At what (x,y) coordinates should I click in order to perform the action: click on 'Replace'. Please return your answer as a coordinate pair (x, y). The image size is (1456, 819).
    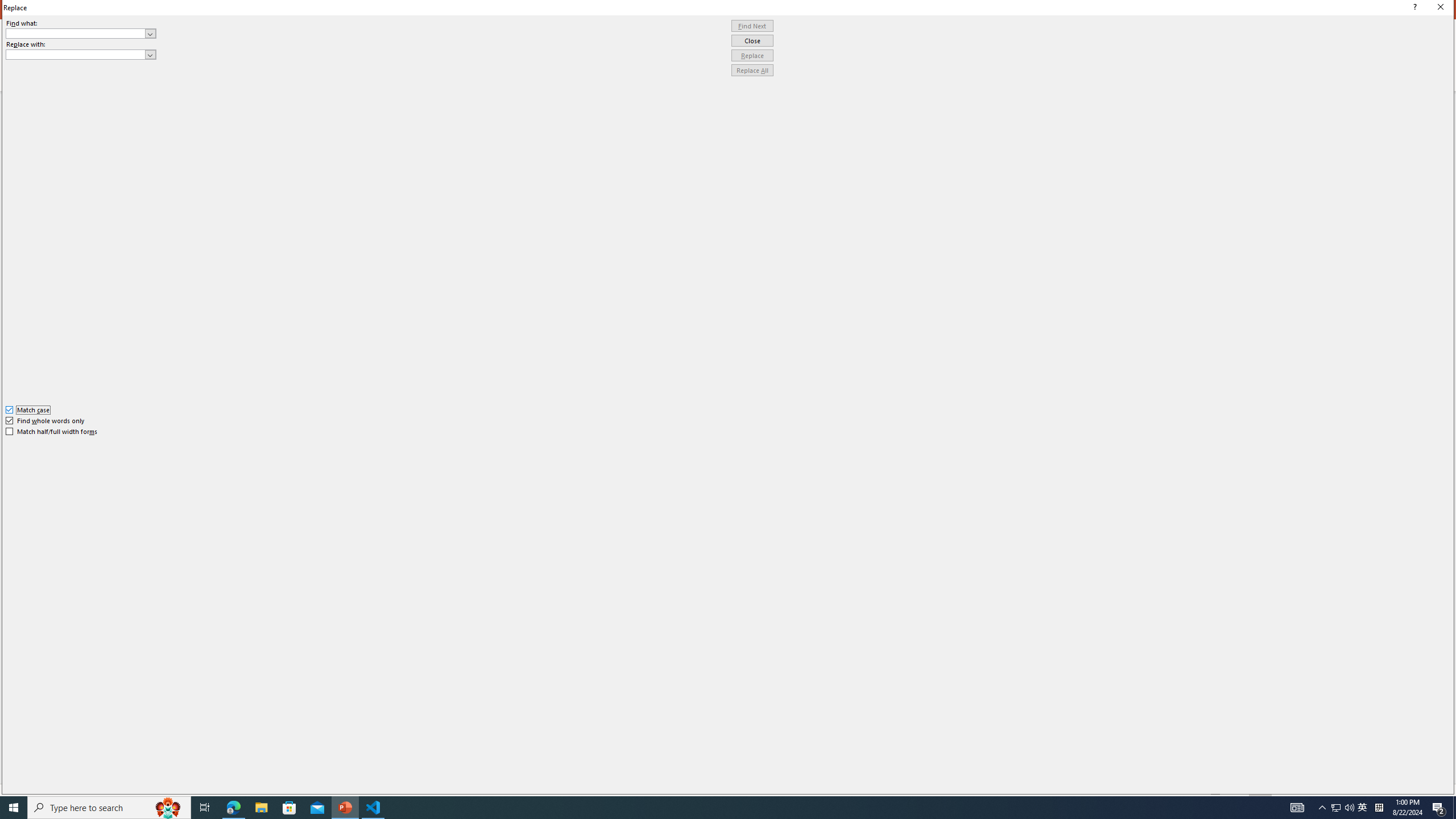
    Looking at the image, I should click on (752, 55).